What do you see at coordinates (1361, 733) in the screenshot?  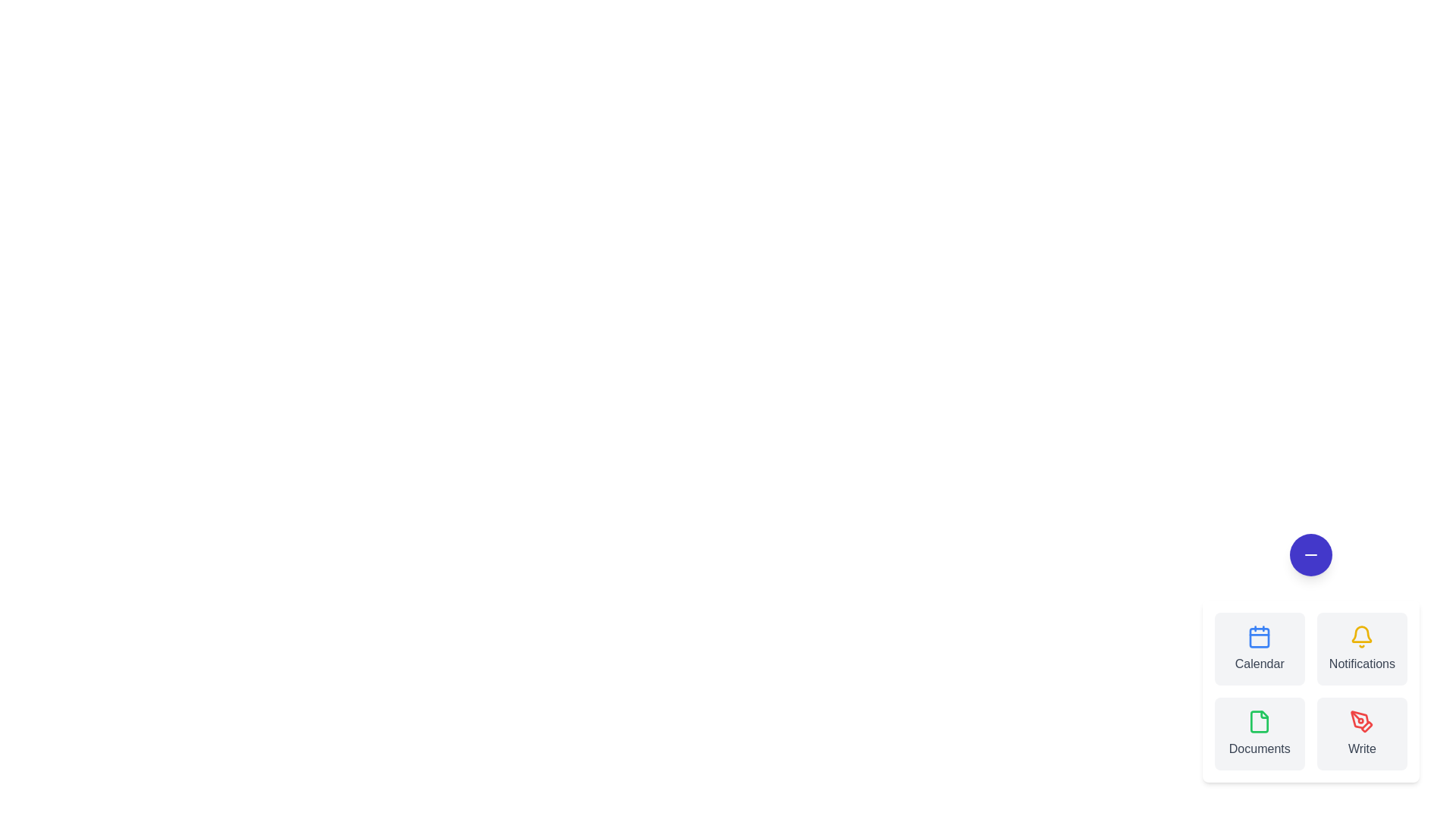 I see `the 'Write' button to trigger its associated functionality` at bounding box center [1361, 733].